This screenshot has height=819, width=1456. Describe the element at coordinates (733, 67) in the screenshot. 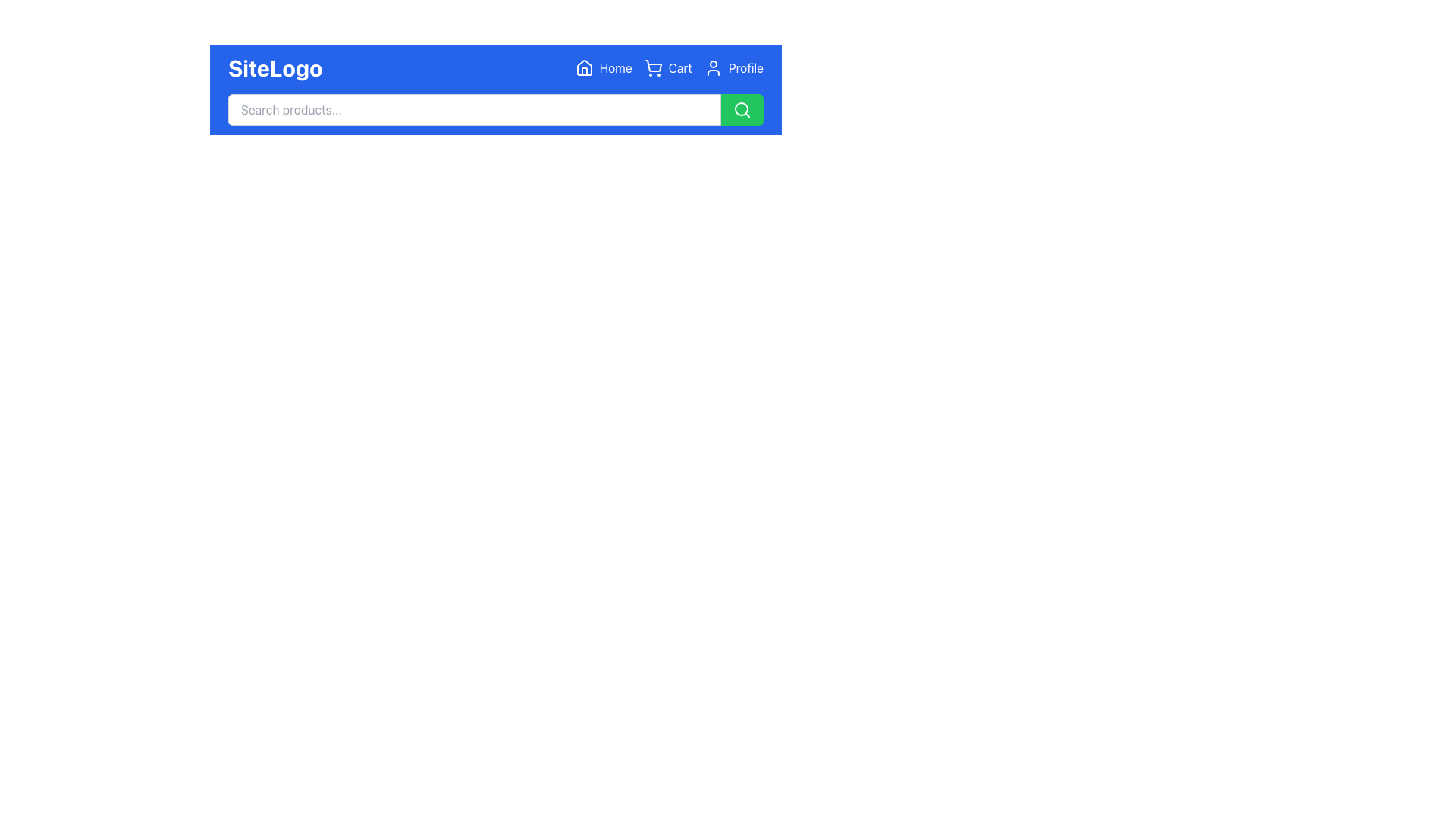

I see `the 'Profile' navigation link, which displays a user icon and is the third item in the header navigation bar on a blue background` at that location.